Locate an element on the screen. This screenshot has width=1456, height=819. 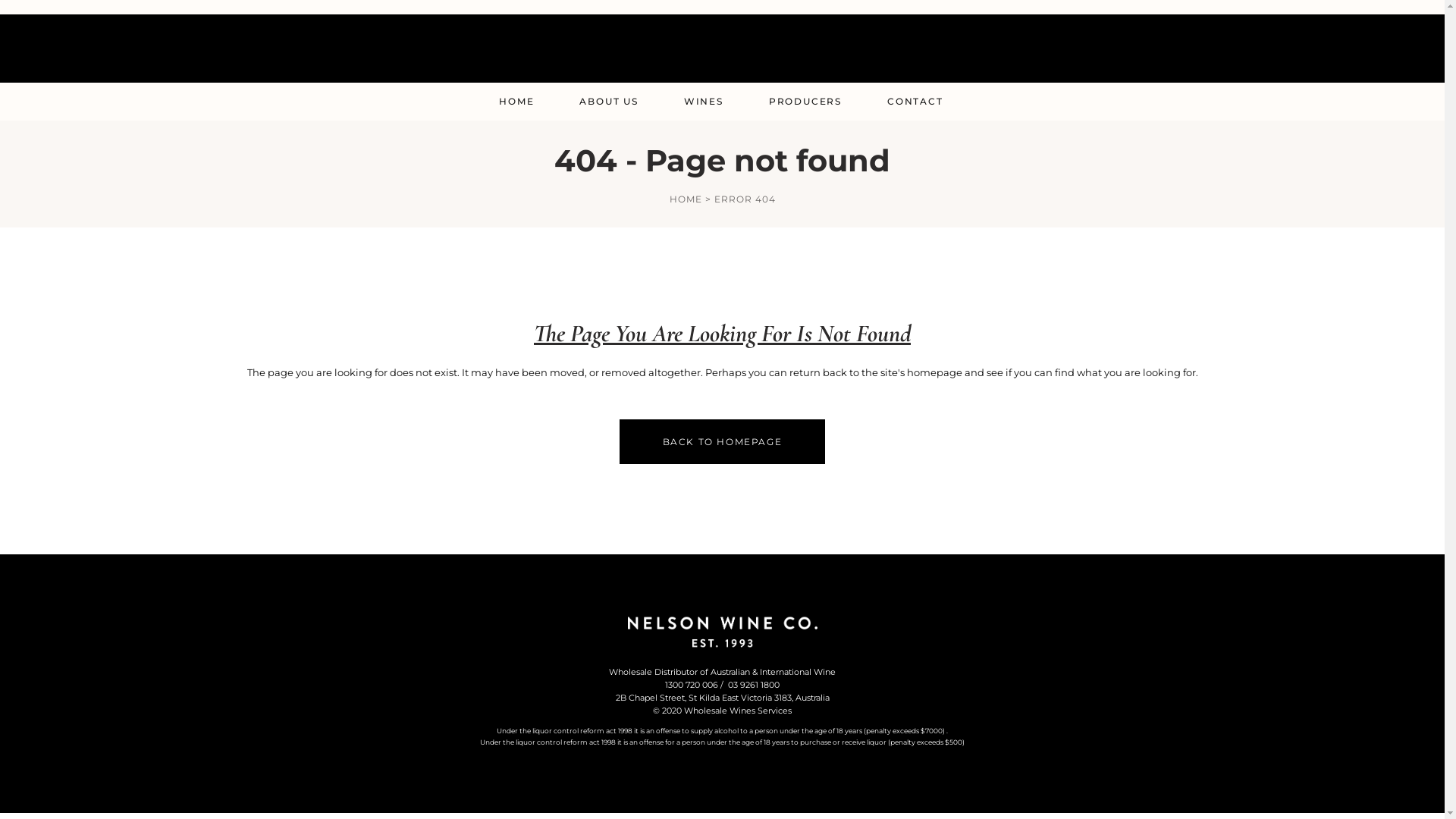
'BACK TO HOMEPAGE' is located at coordinates (722, 441).